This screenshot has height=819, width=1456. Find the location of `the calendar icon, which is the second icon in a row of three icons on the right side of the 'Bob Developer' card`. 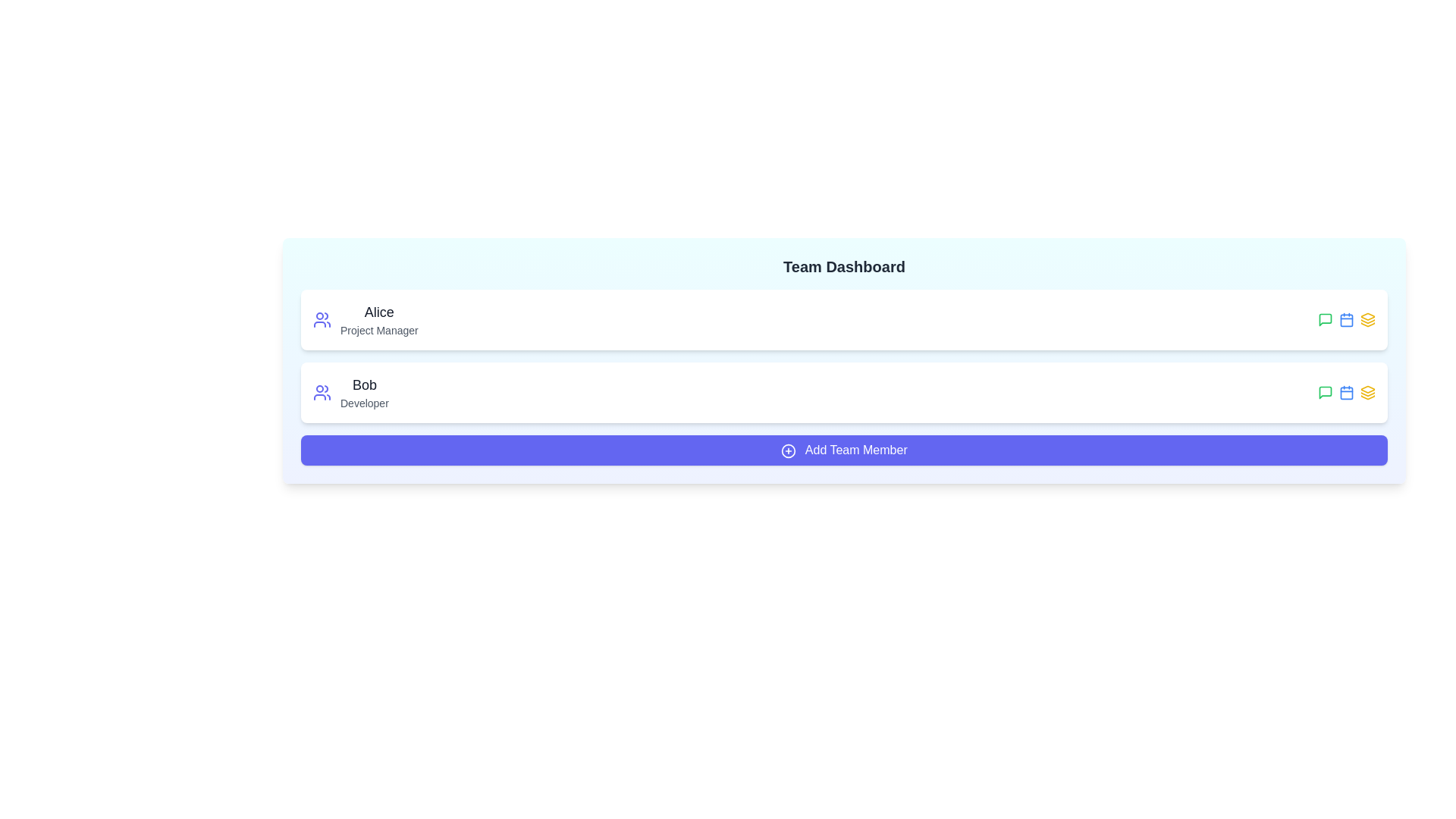

the calendar icon, which is the second icon in a row of three icons on the right side of the 'Bob Developer' card is located at coordinates (1347, 391).